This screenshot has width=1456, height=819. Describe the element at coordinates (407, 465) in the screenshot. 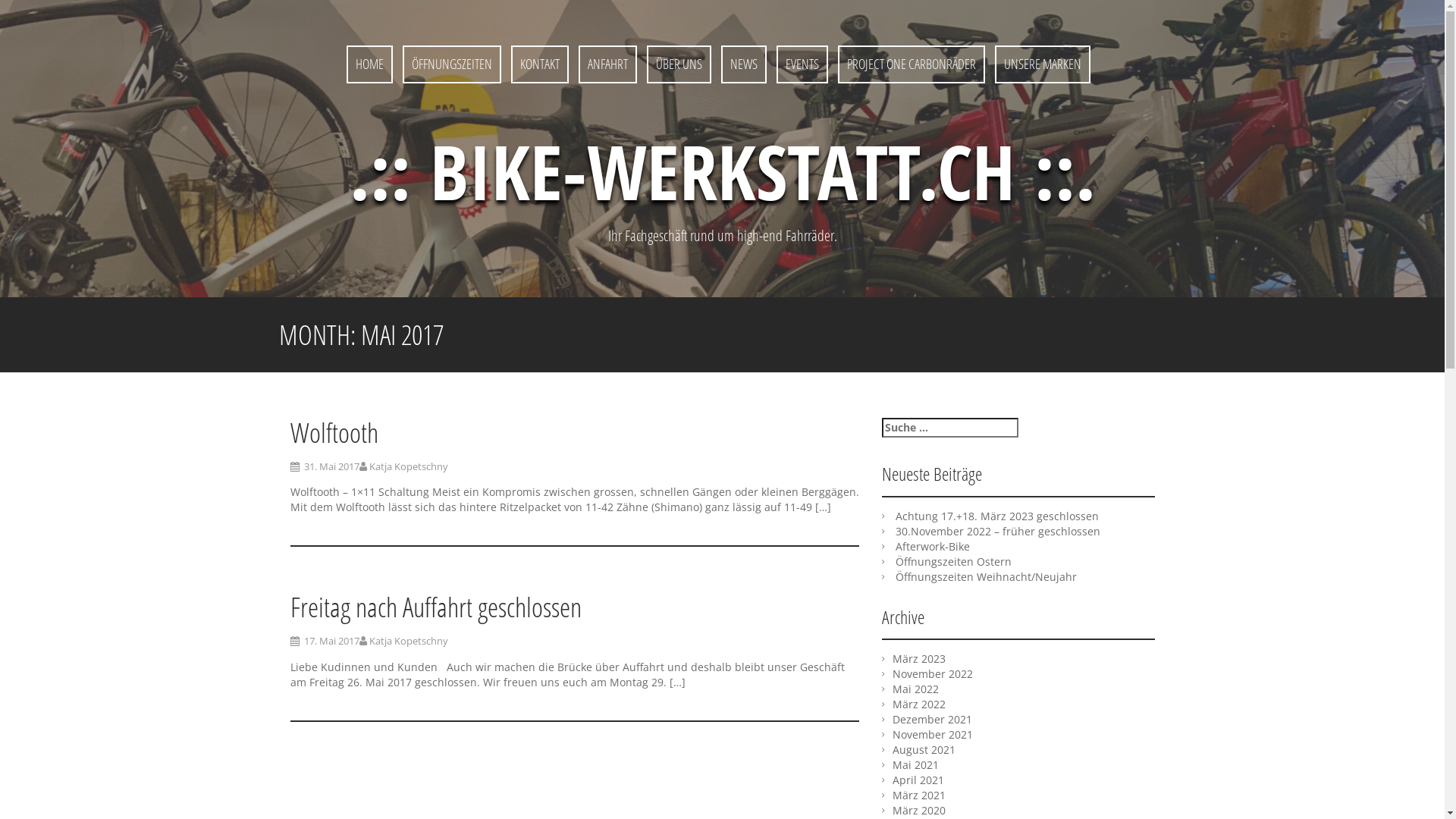

I see `'Katja Kopetschny'` at that location.